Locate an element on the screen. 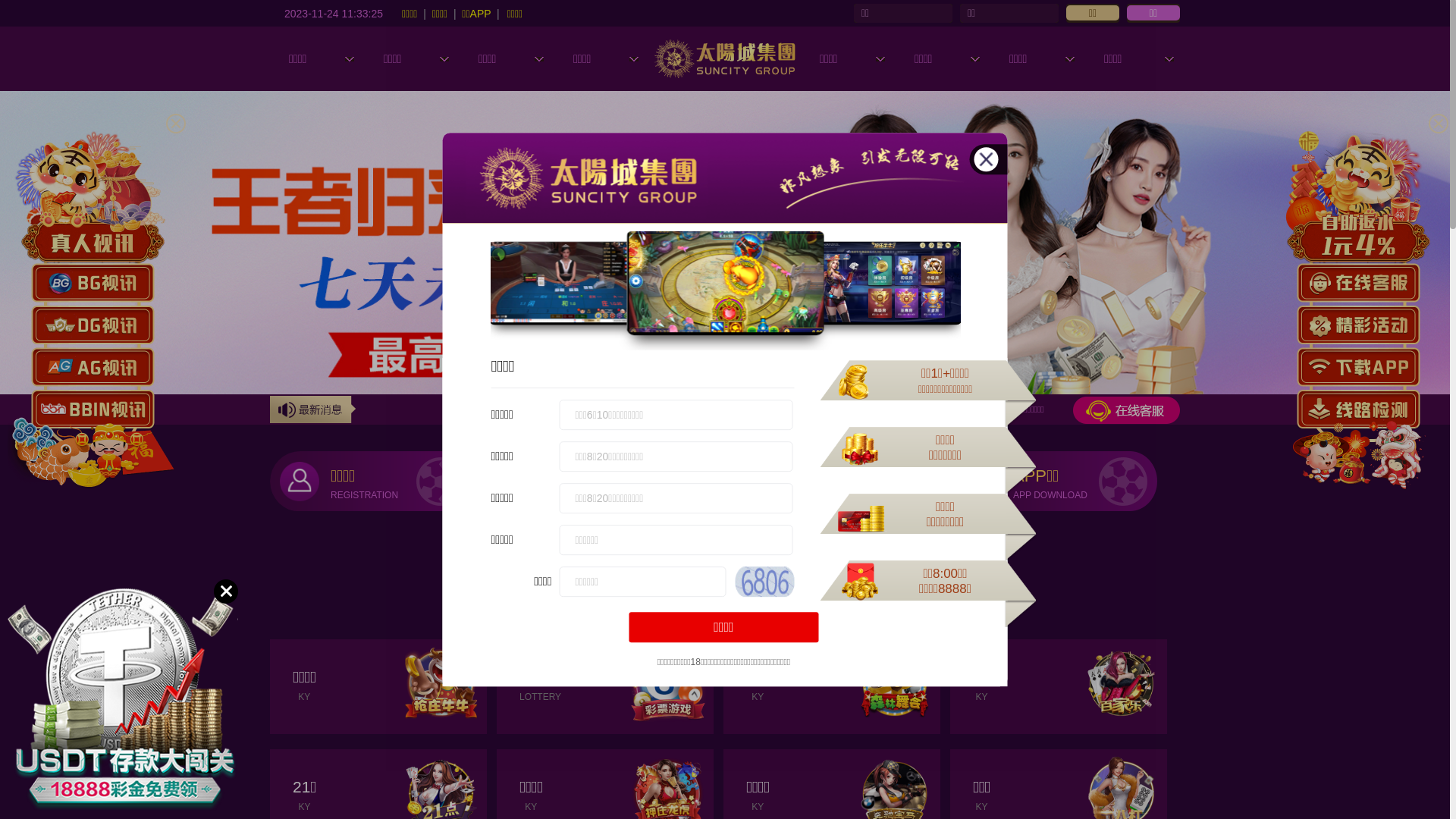  '2023-11-24 11:33:23' is located at coordinates (284, 12).